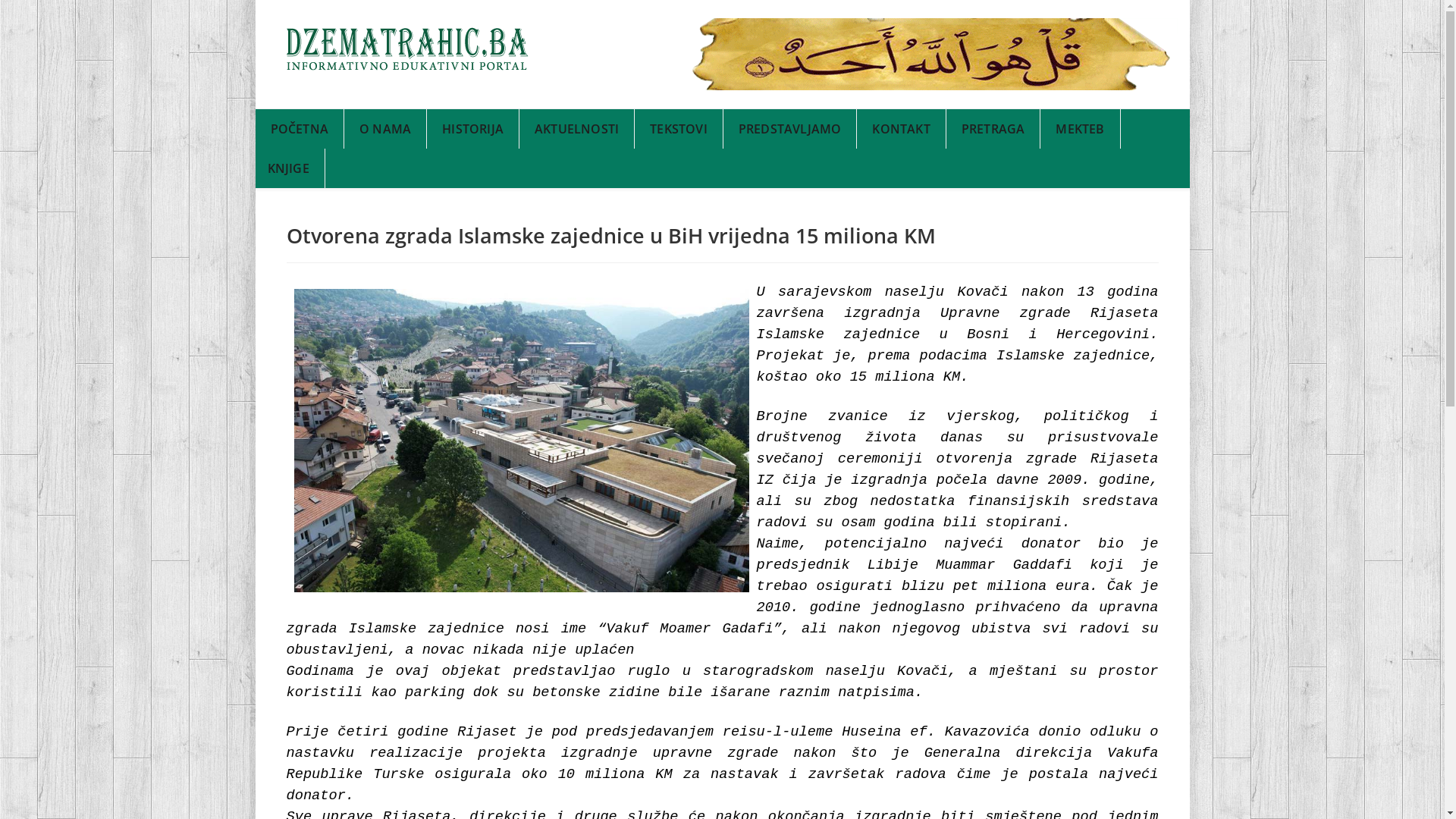 The image size is (1456, 819). I want to click on 'KNJIGE', so click(287, 168).